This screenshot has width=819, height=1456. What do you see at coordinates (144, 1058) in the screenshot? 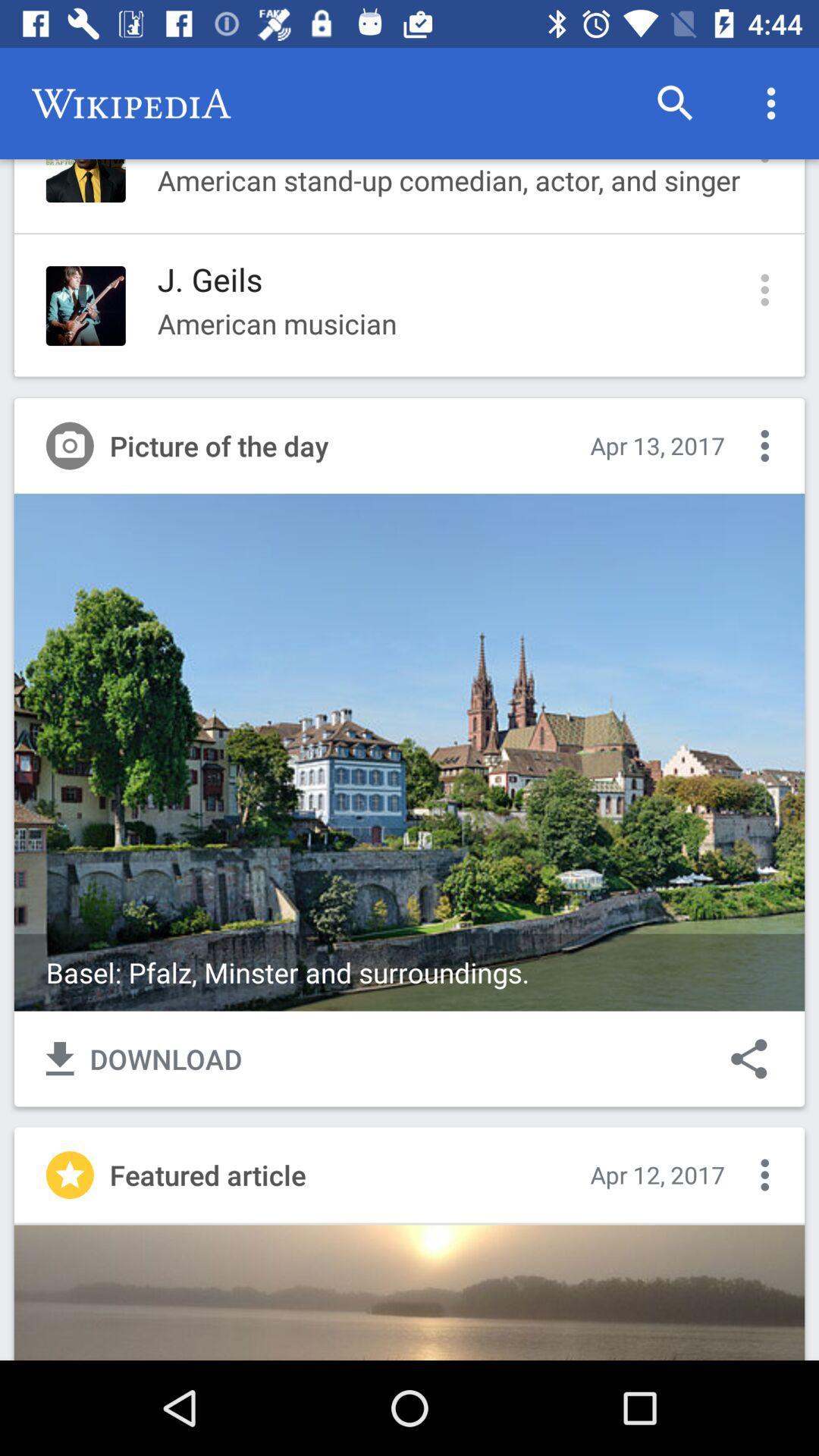
I see `the option download which is above featured article` at bounding box center [144, 1058].